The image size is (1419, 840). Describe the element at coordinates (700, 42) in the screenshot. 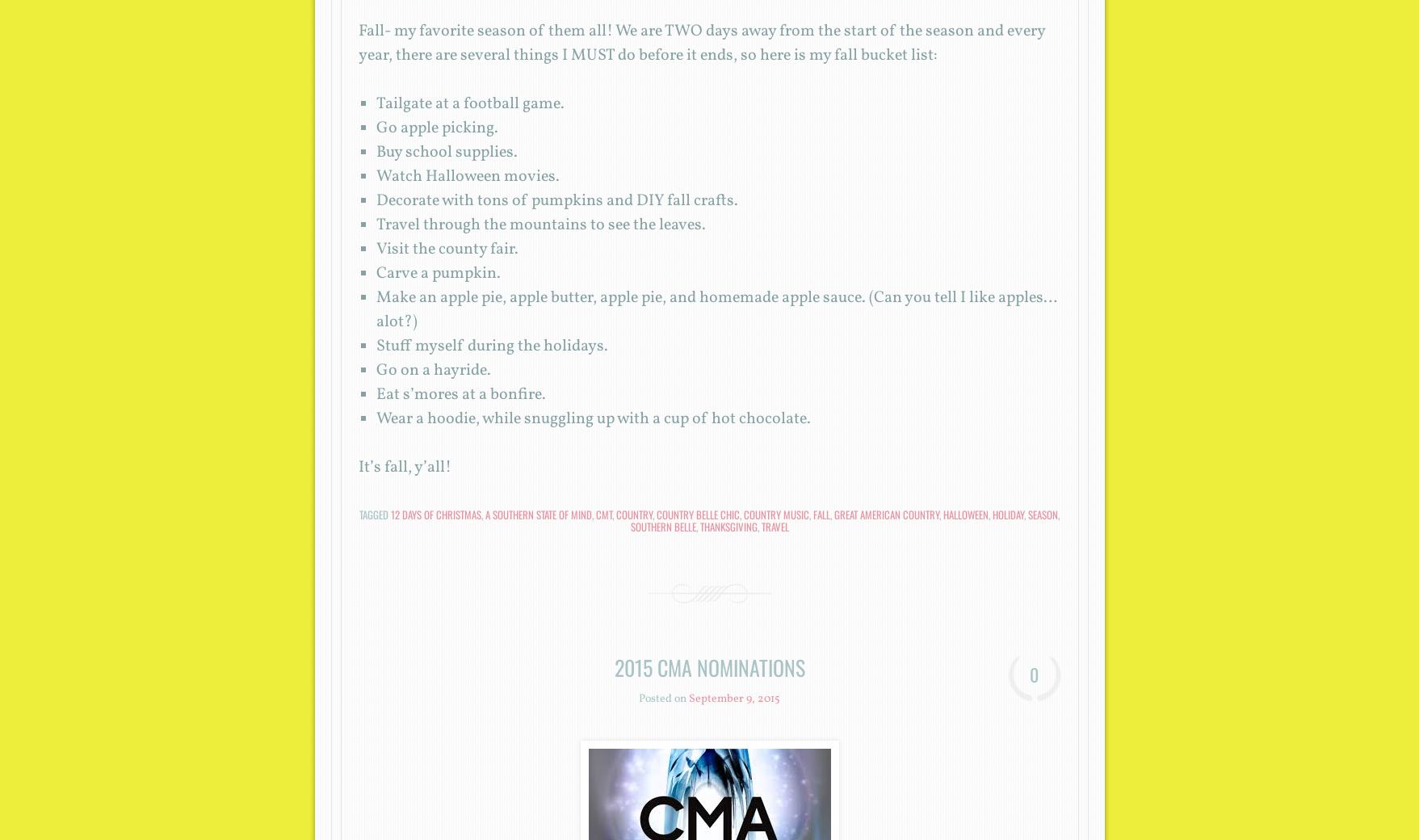

I see `'Fall- my favorite season of them all! We are TWO days away from the start of the season and every year, there are several things I MUST do before it ends, so here is my fall bucket list:'` at that location.